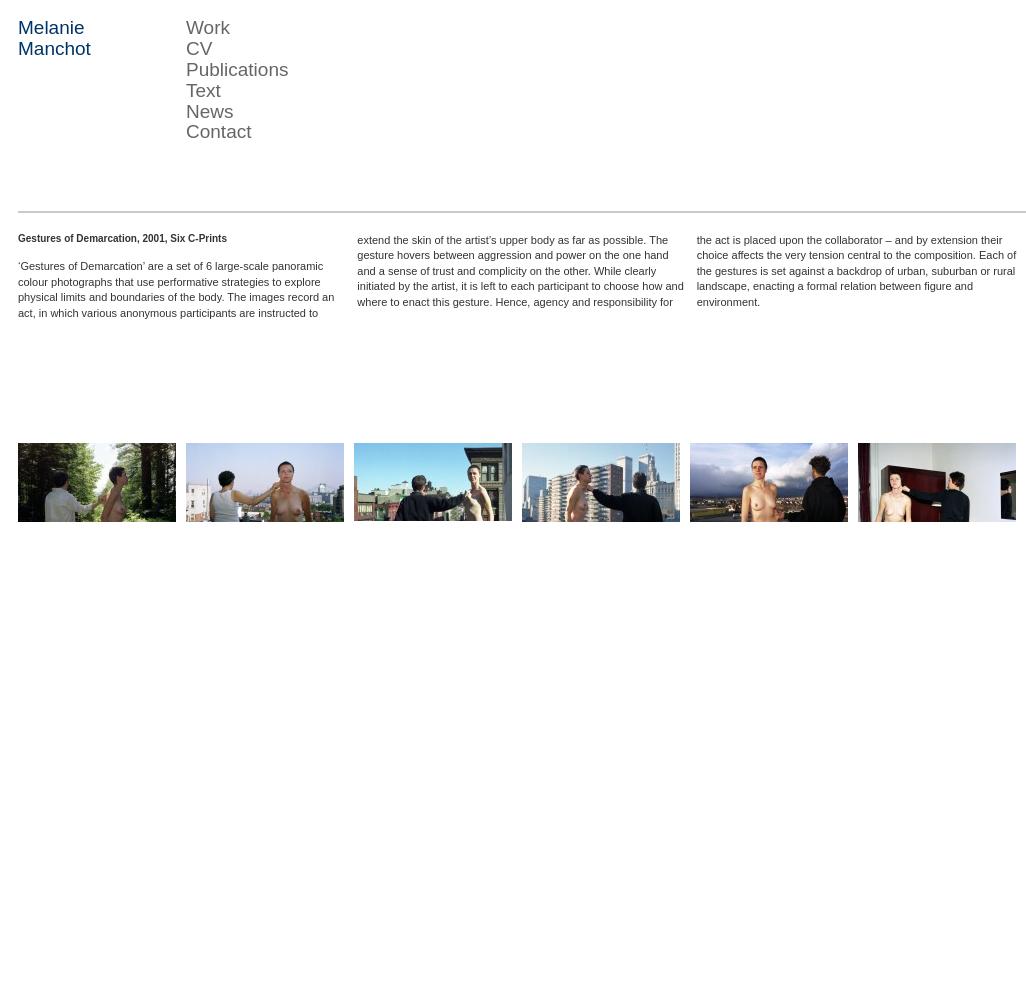  What do you see at coordinates (209, 109) in the screenshot?
I see `'News'` at bounding box center [209, 109].